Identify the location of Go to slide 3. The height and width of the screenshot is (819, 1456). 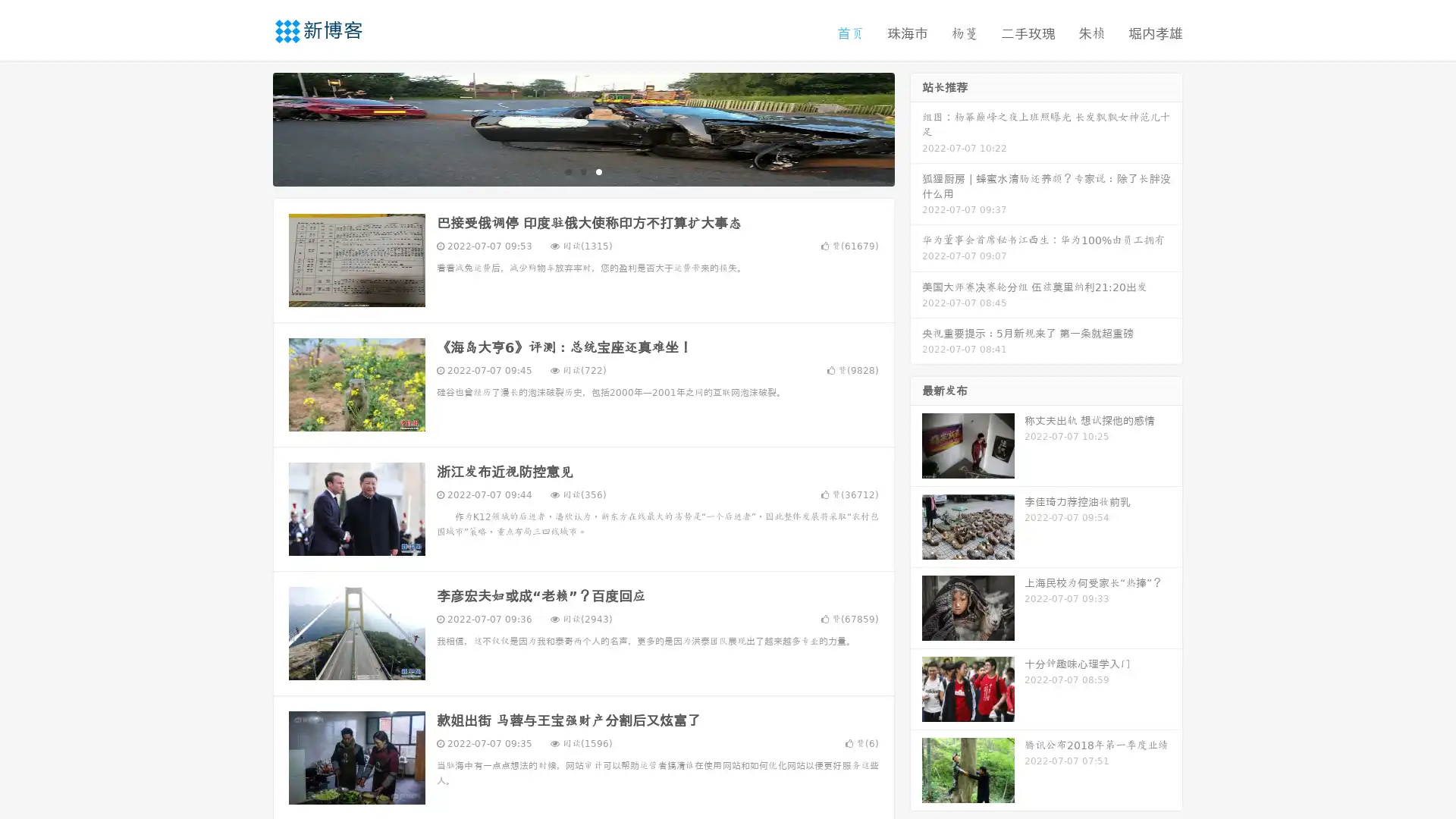
(598, 171).